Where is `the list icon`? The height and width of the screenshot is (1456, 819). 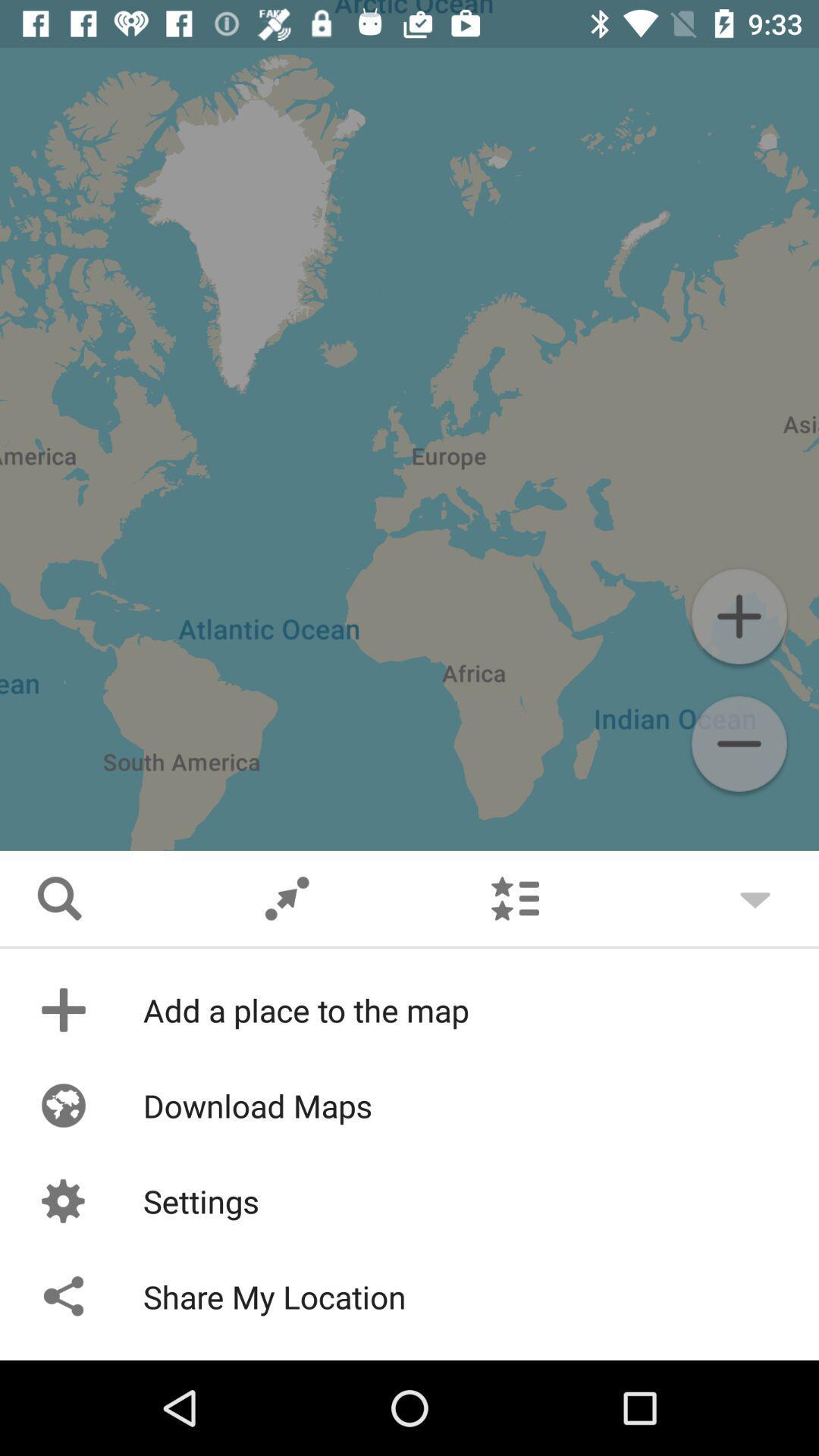
the list icon is located at coordinates (514, 899).